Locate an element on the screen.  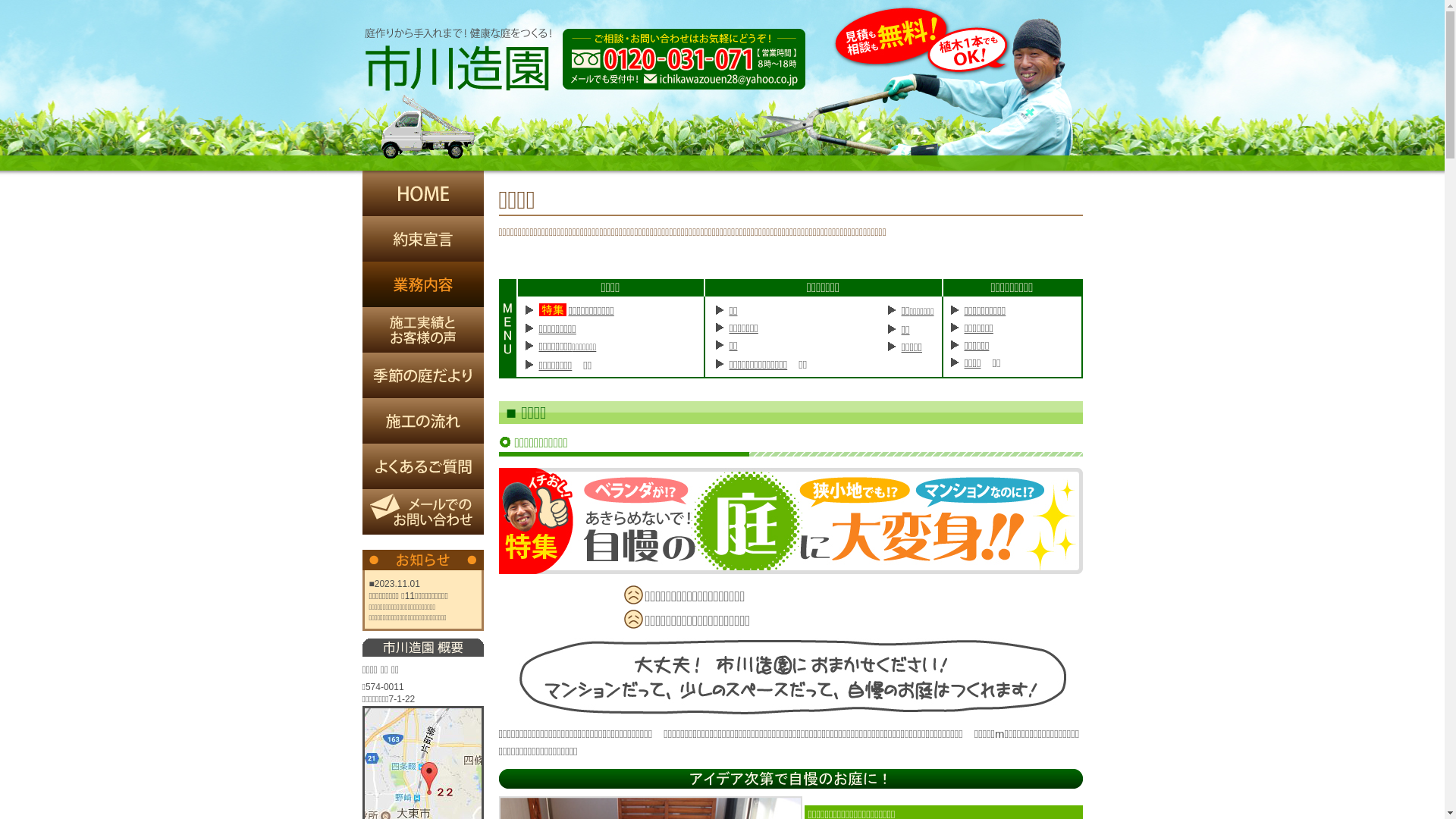
'HOME' is located at coordinates (362, 192).